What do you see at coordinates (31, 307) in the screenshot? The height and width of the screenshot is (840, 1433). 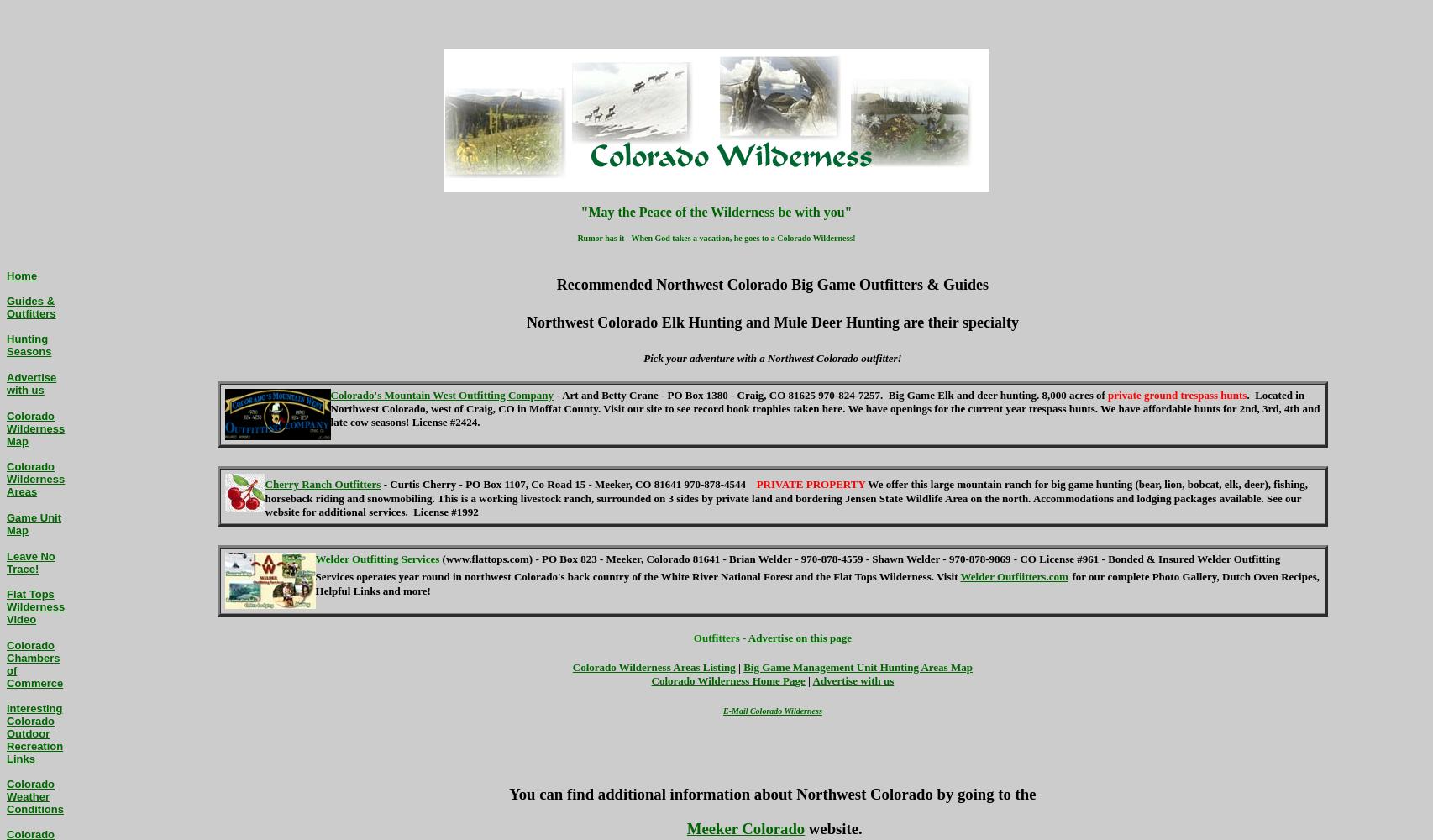 I see `'Guides & Outfitters'` at bounding box center [31, 307].